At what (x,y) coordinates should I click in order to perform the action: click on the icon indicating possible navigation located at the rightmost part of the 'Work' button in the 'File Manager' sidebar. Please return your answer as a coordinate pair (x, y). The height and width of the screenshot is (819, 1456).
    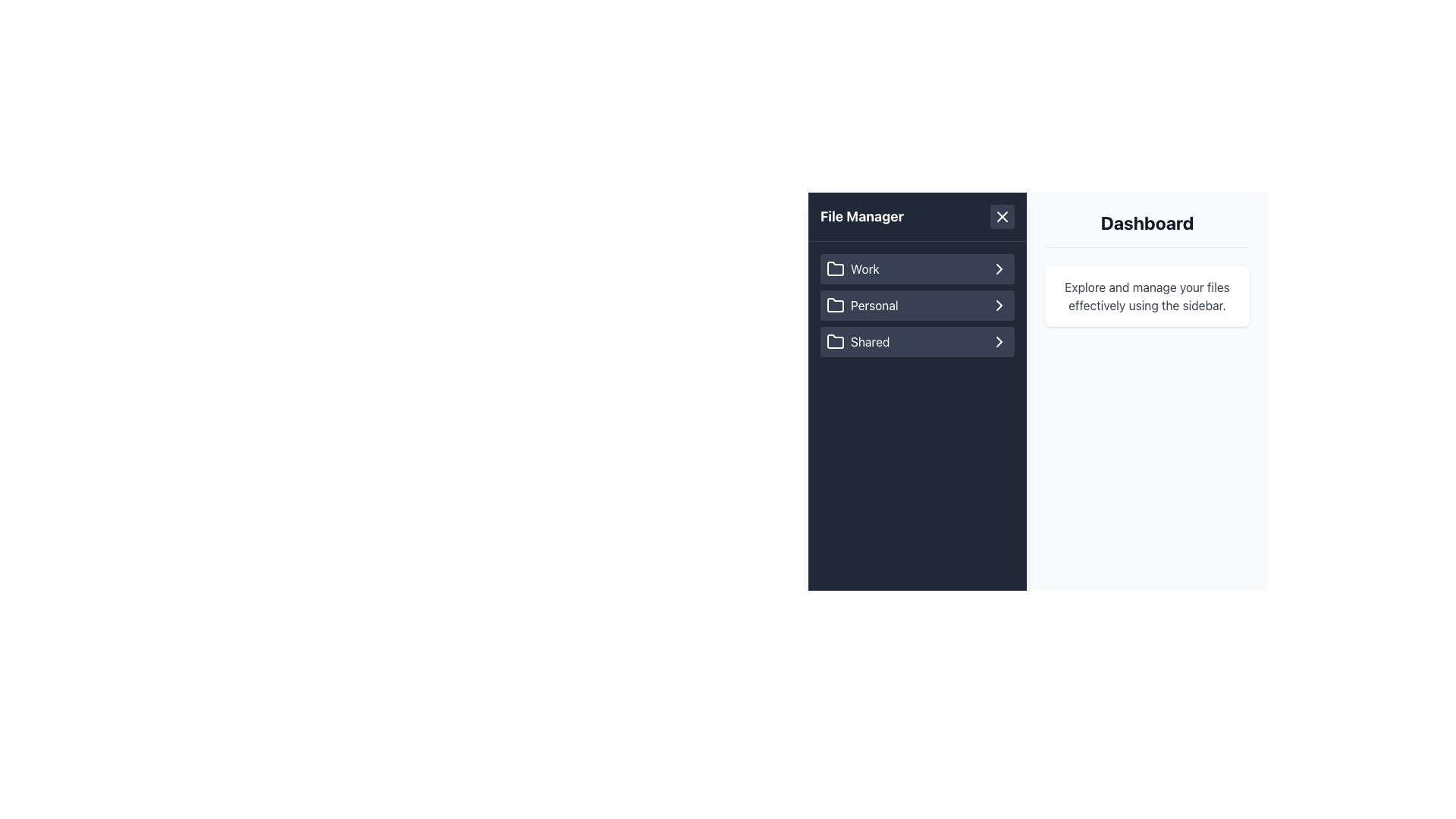
    Looking at the image, I should click on (999, 268).